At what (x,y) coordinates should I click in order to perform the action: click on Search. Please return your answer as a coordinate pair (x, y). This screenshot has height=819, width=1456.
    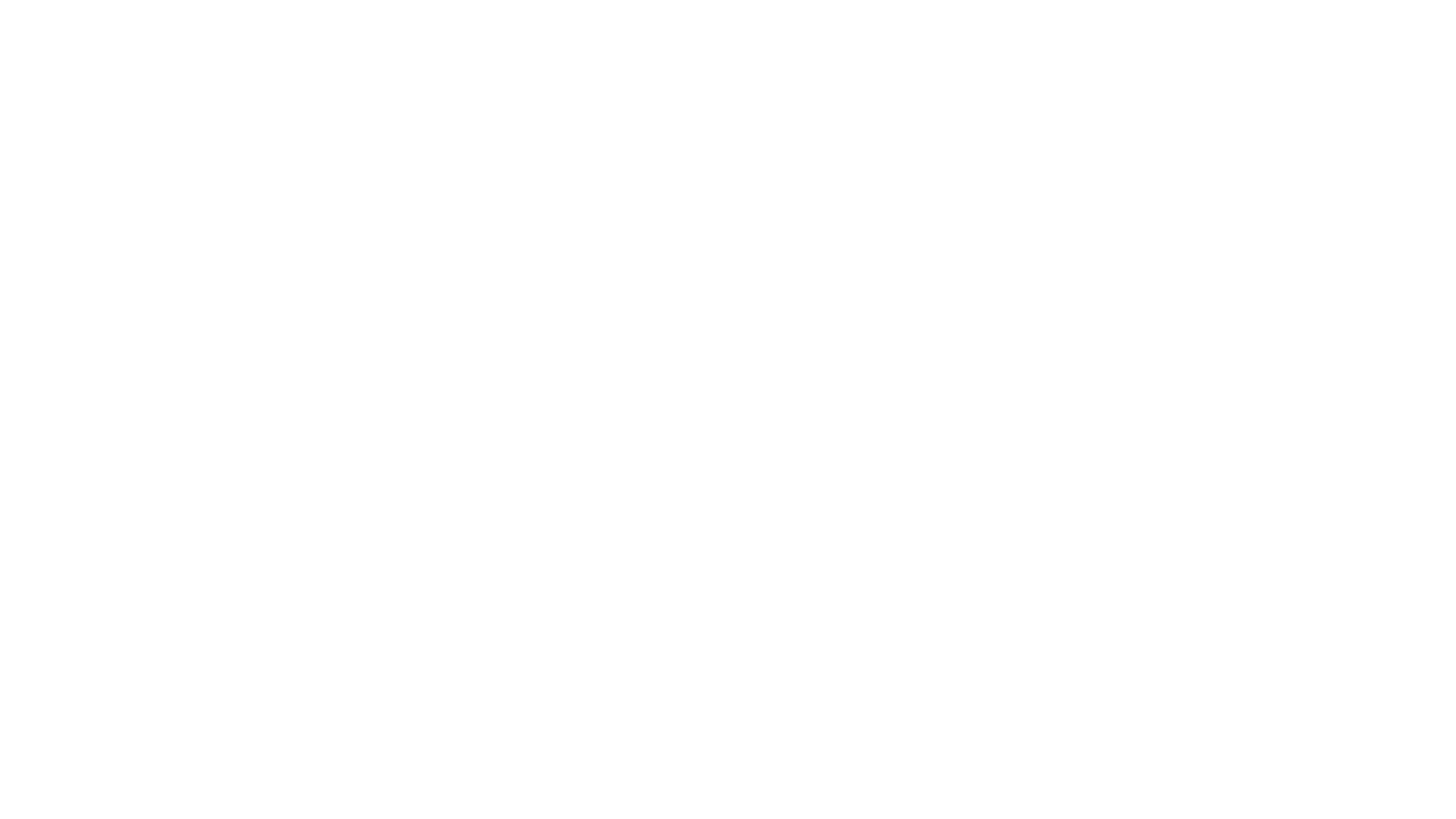
    Looking at the image, I should click on (1274, 72).